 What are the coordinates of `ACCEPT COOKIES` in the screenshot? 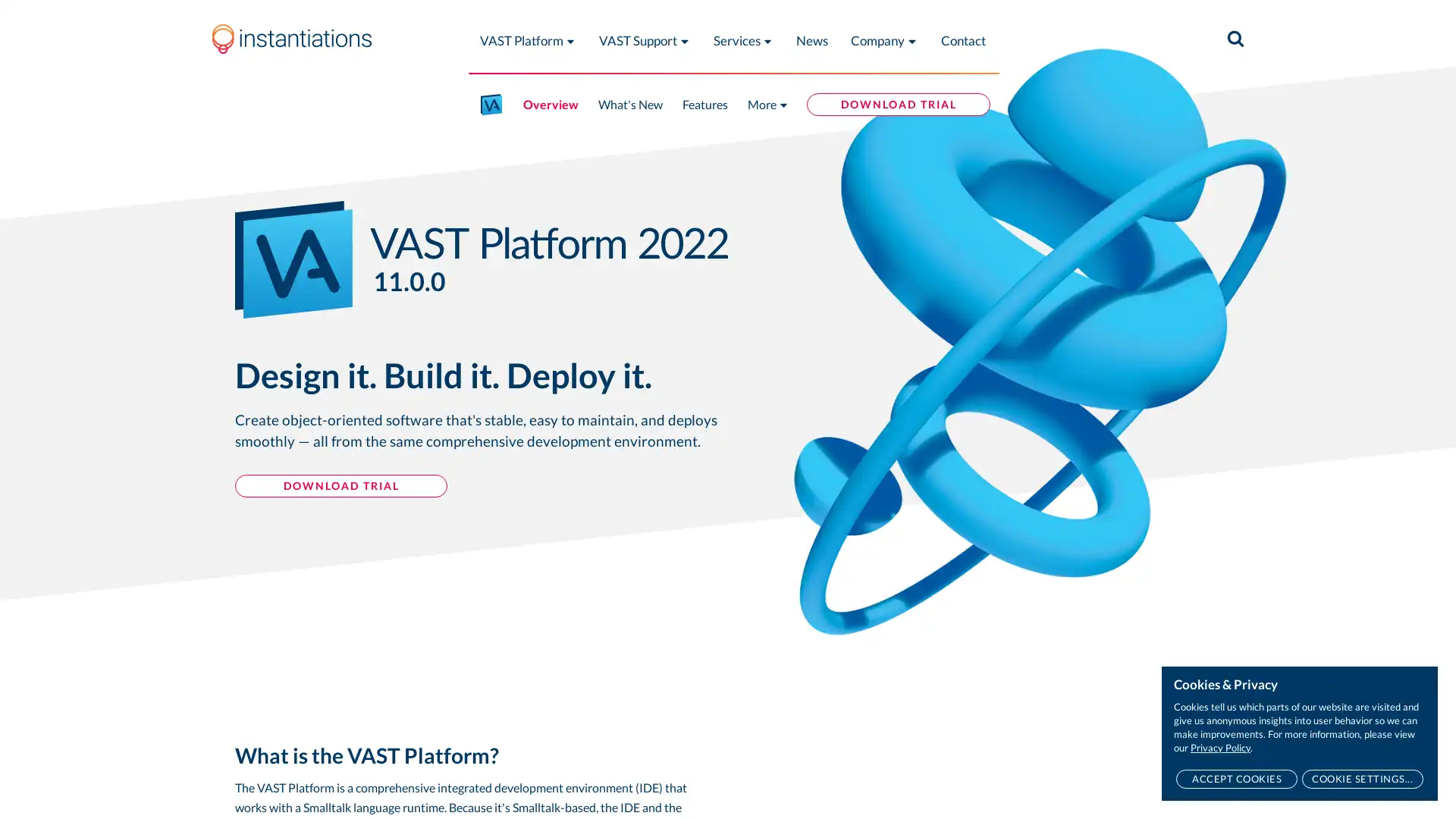 It's located at (1236, 779).